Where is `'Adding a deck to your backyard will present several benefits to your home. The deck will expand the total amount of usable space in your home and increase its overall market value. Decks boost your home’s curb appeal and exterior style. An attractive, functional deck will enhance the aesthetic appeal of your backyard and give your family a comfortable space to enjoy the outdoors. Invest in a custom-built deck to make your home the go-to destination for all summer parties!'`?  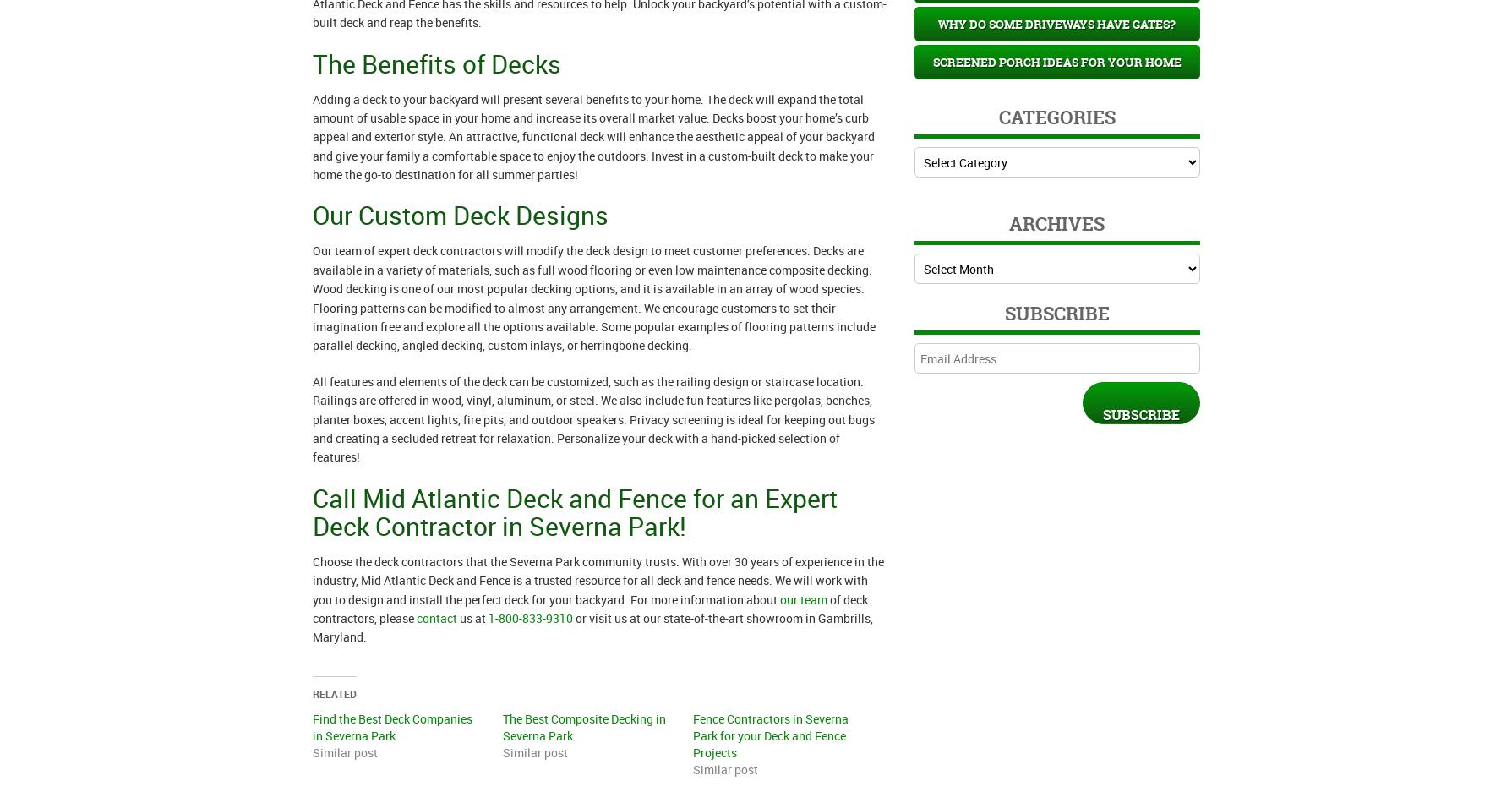
'Adding a deck to your backyard will present several benefits to your home. The deck will expand the total amount of usable space in your home and increase its overall market value. Decks boost your home’s curb appeal and exterior style. An attractive, functional deck will enhance the aesthetic appeal of your backyard and give your family a comfortable space to enjoy the outdoors. Invest in a custom-built deck to make your home the go-to destination for all summer parties!' is located at coordinates (592, 135).